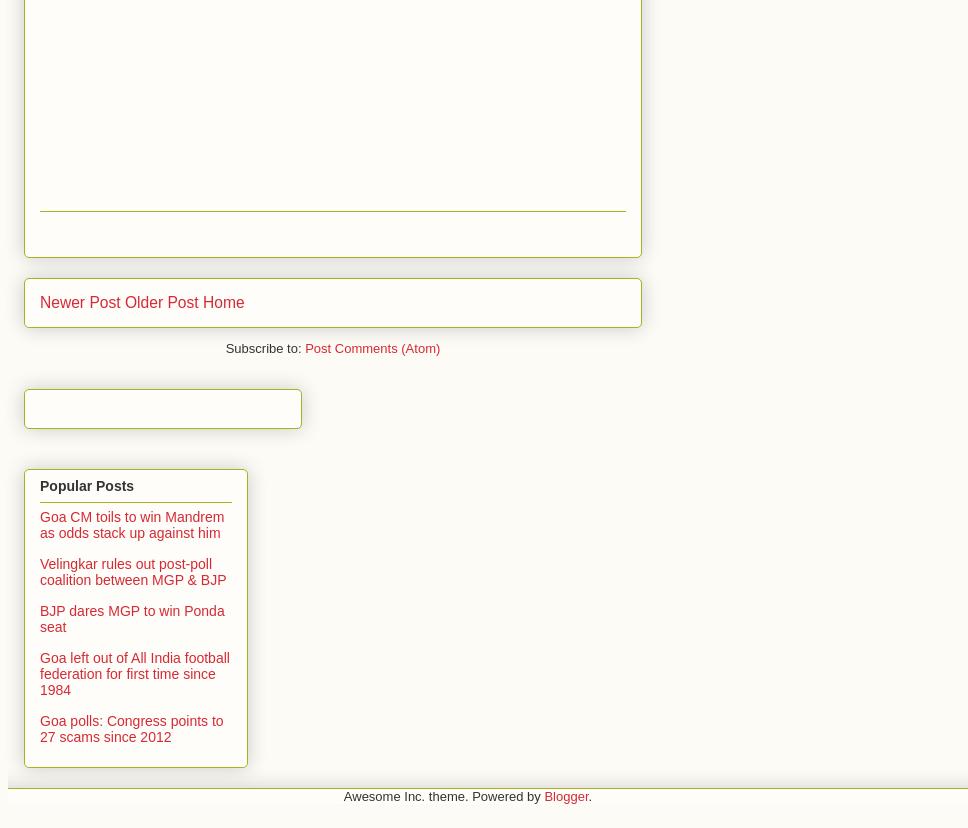 Image resolution: width=968 pixels, height=828 pixels. What do you see at coordinates (202, 301) in the screenshot?
I see `'Home'` at bounding box center [202, 301].